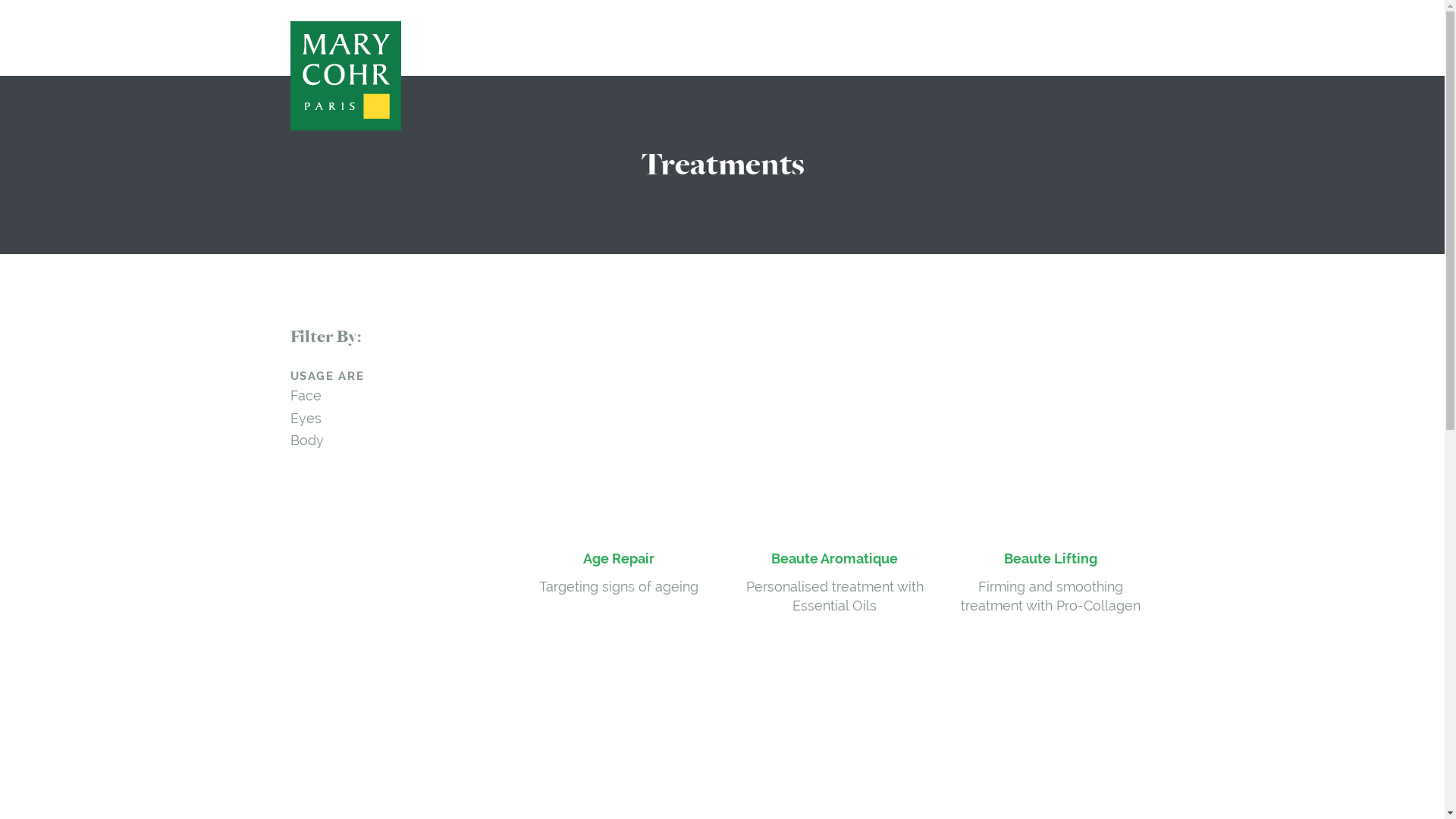 Image resolution: width=1456 pixels, height=819 pixels. I want to click on 'Beaute Aromatique, so click(731, 470).